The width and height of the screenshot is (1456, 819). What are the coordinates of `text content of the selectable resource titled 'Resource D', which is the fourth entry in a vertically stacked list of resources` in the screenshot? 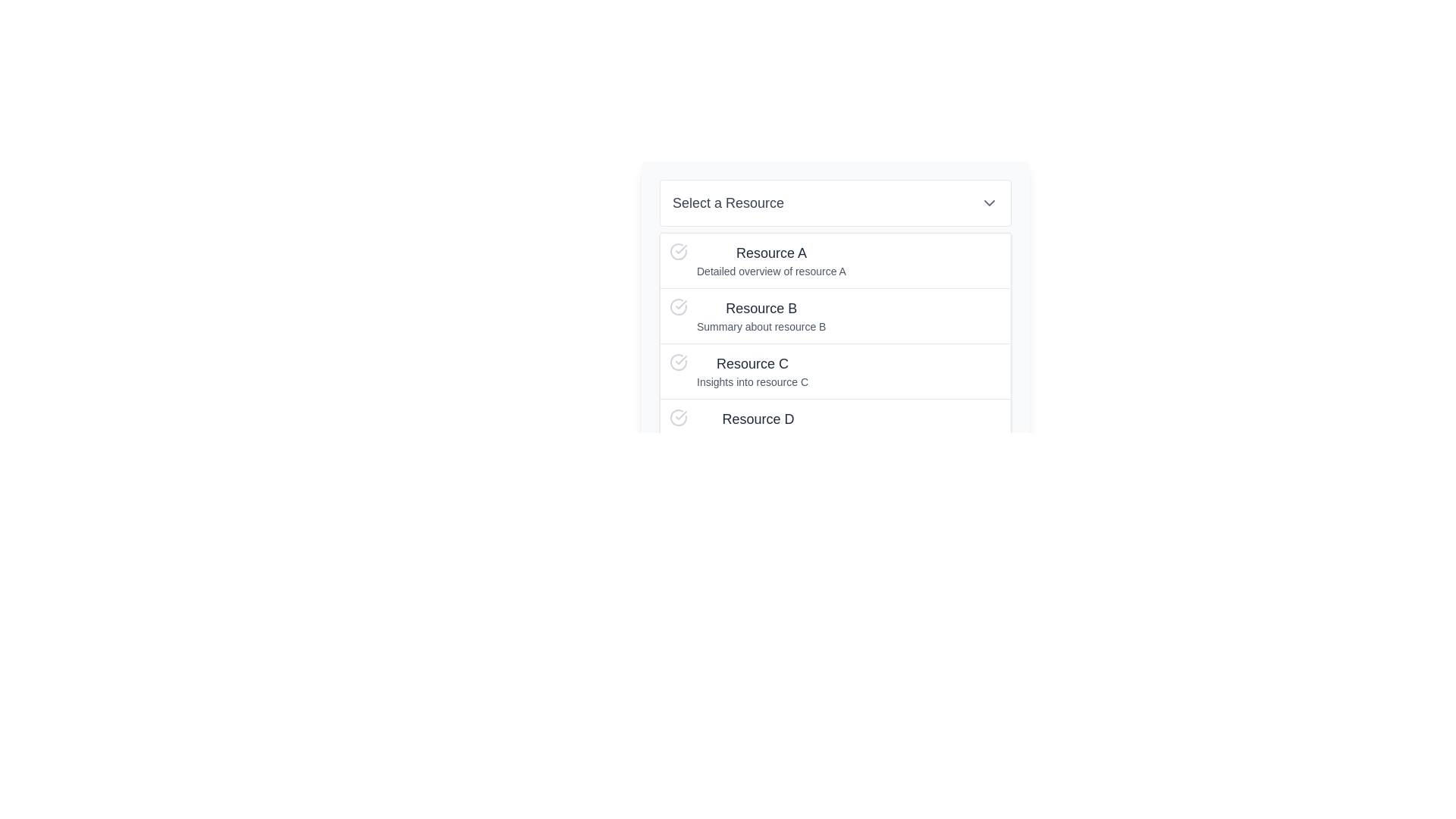 It's located at (758, 427).